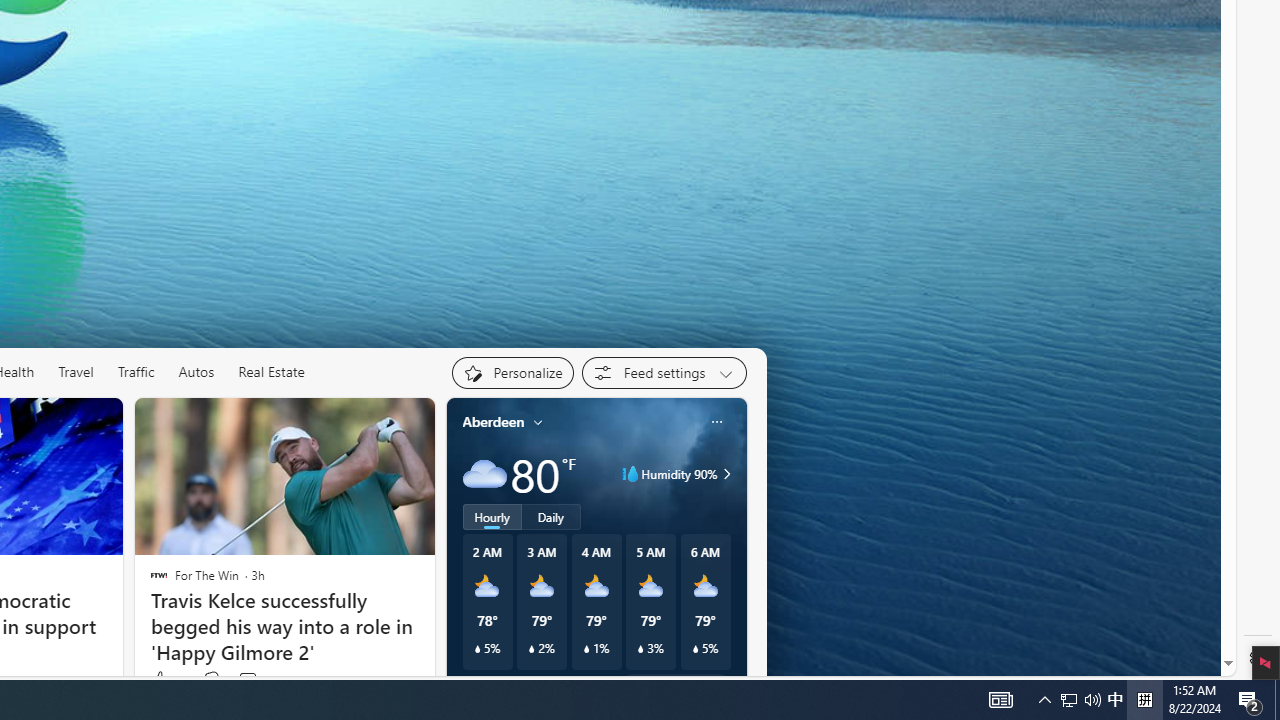 This screenshot has width=1280, height=720. Describe the element at coordinates (484, 474) in the screenshot. I see `'Cloudy'` at that location.